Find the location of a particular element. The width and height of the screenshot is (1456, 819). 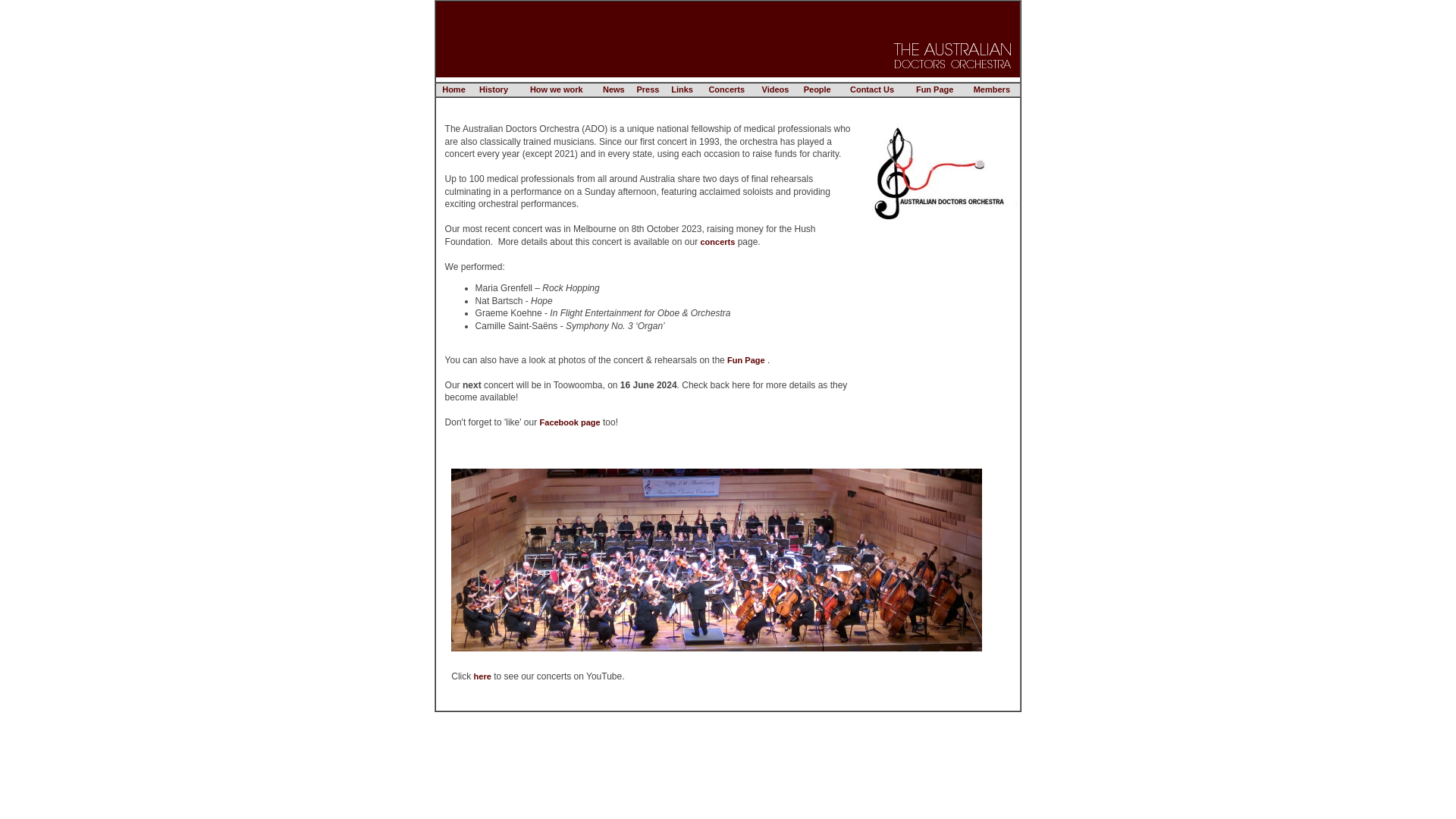

'Videos' is located at coordinates (775, 89).